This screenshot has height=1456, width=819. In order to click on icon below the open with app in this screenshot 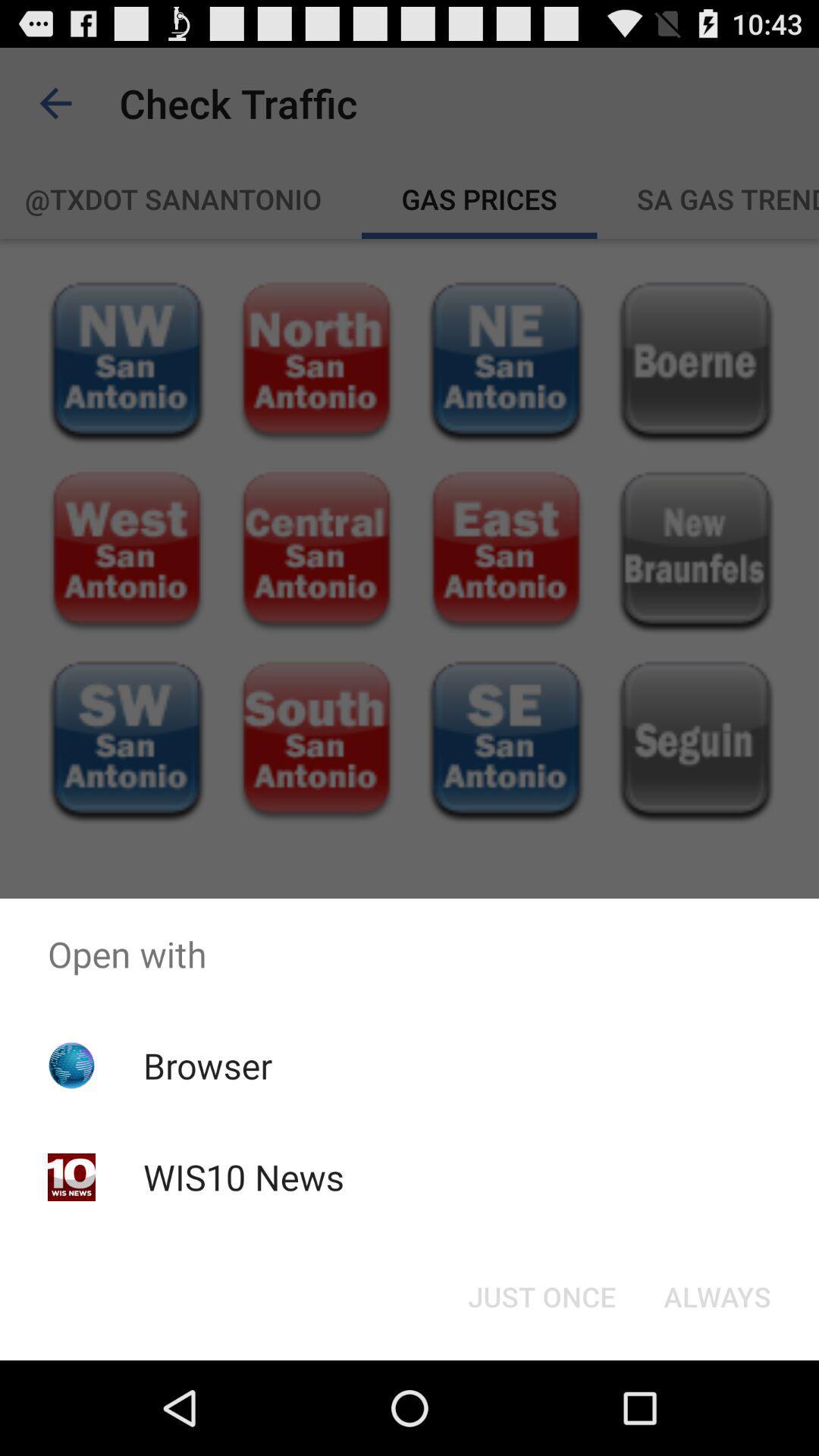, I will do `click(208, 1065)`.